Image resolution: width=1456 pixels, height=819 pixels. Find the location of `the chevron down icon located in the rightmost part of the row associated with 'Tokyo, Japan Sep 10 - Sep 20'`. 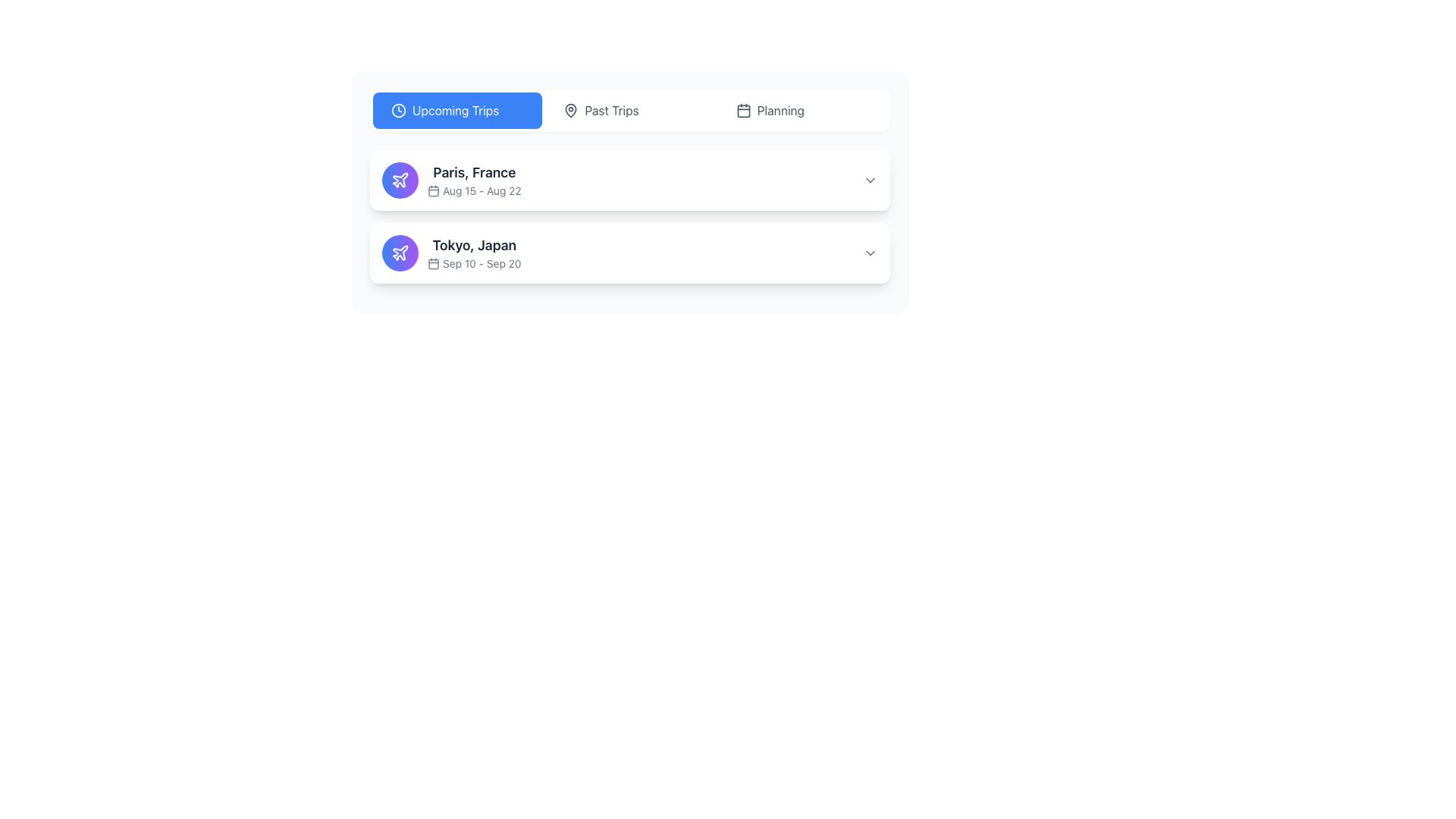

the chevron down icon located in the rightmost part of the row associated with 'Tokyo, Japan Sep 10 - Sep 20' is located at coordinates (870, 253).